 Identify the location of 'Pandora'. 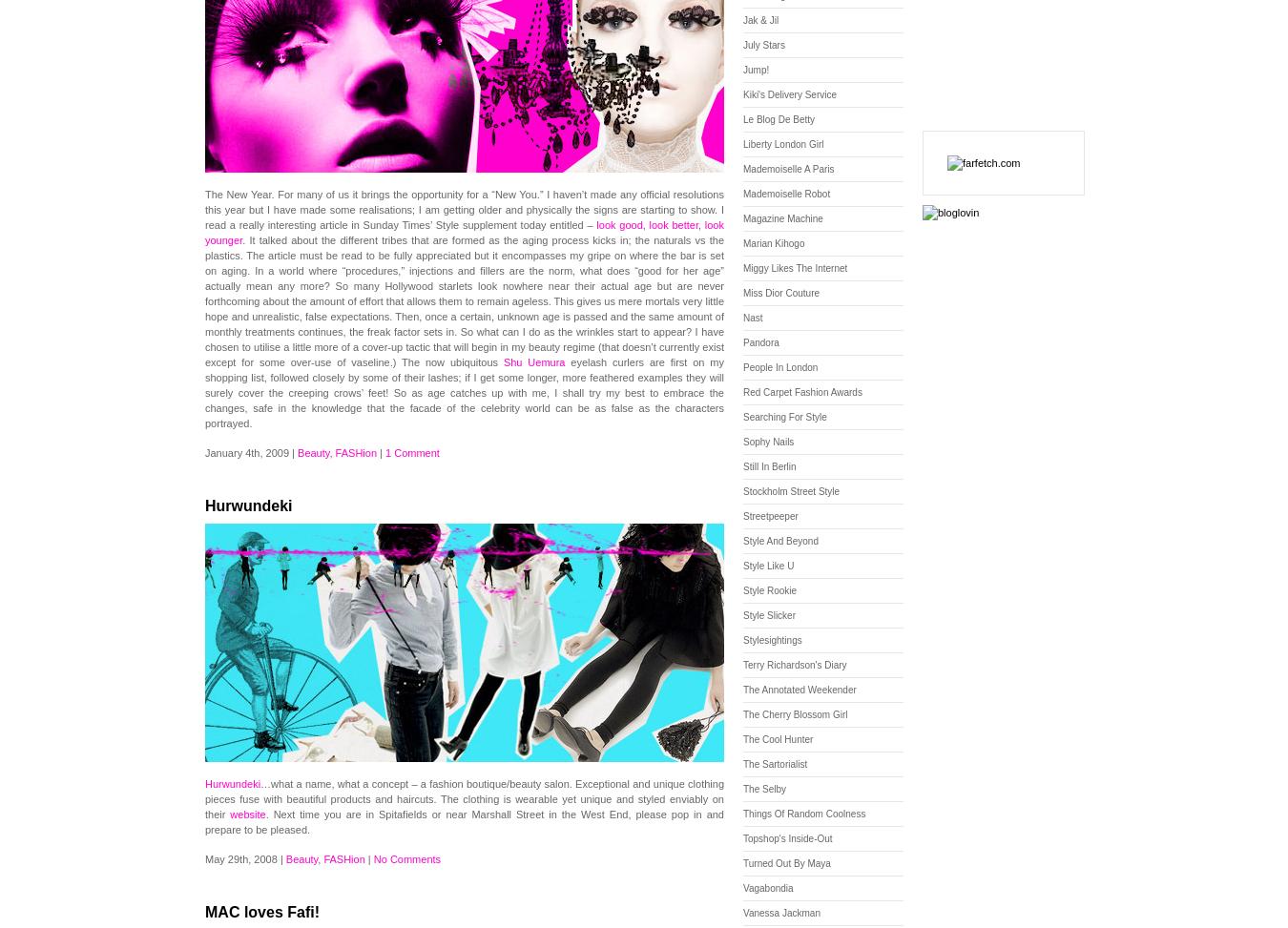
(741, 341).